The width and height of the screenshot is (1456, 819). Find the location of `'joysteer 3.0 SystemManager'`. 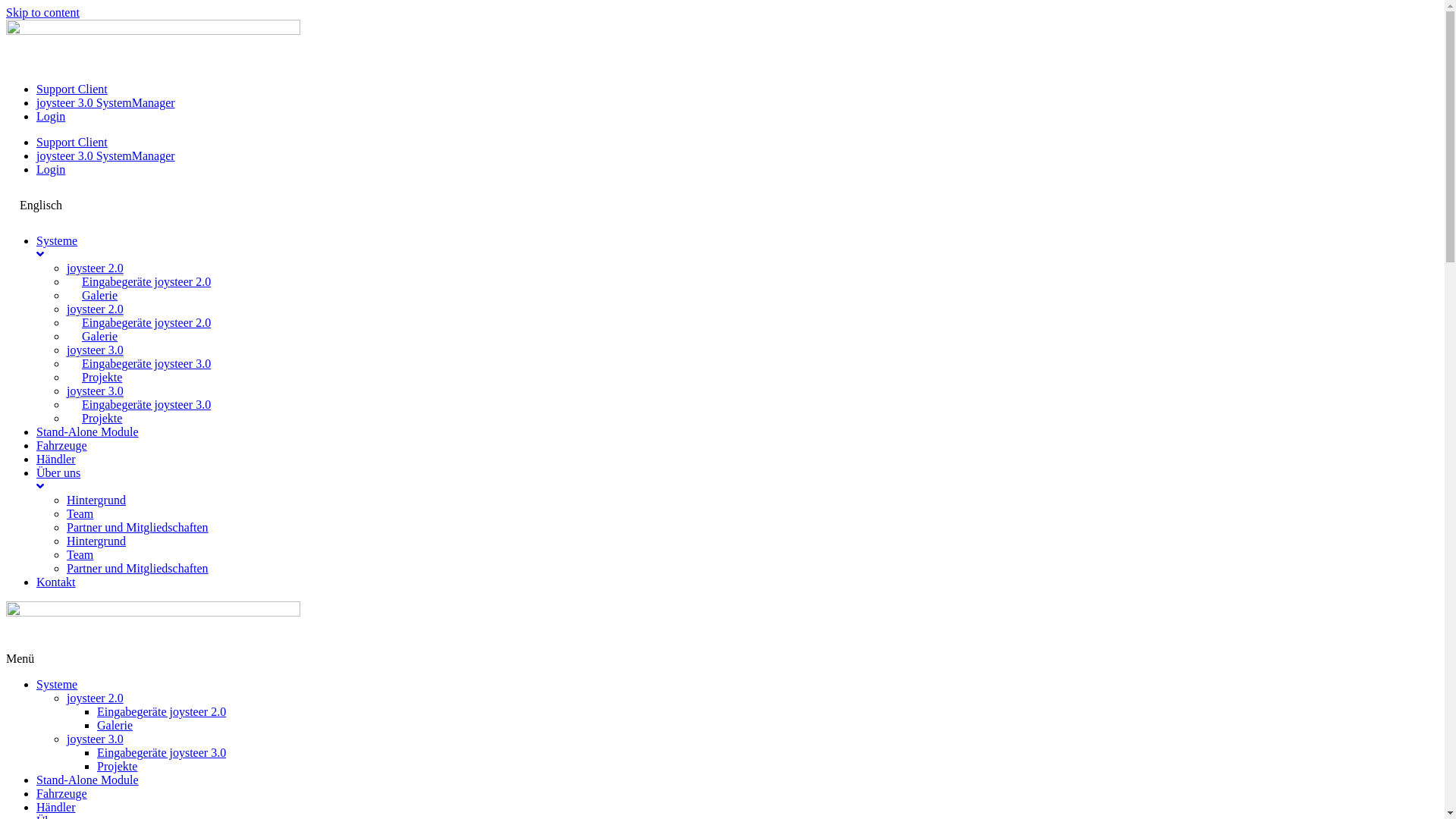

'joysteer 3.0 SystemManager' is located at coordinates (105, 102).